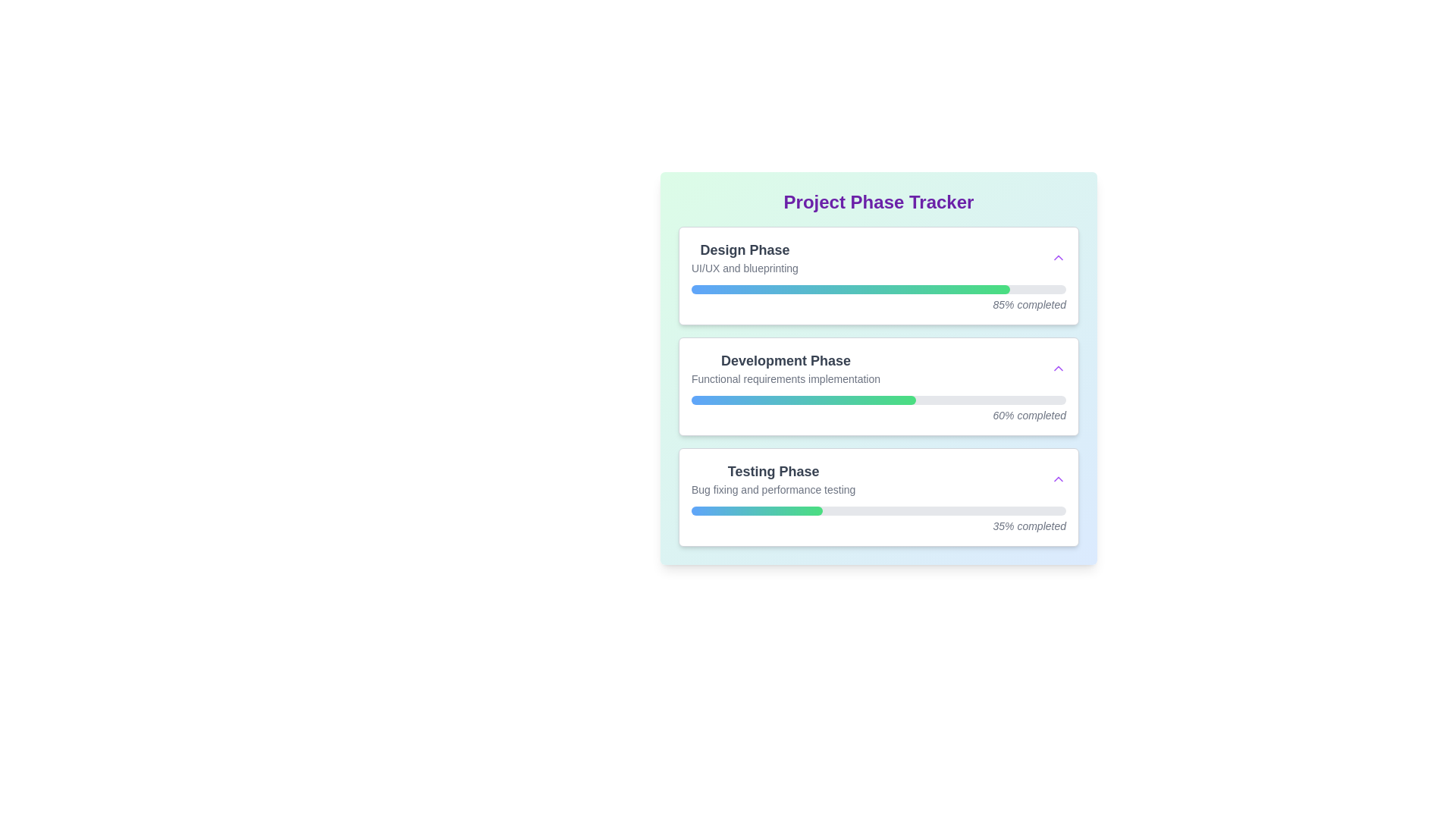 This screenshot has height=819, width=1456. Describe the element at coordinates (878, 519) in the screenshot. I see `style or layout of the Progress bar displaying '35% completed' located in the 'Testing Phase' section of the 'Project Phase Tracker.'` at that location.